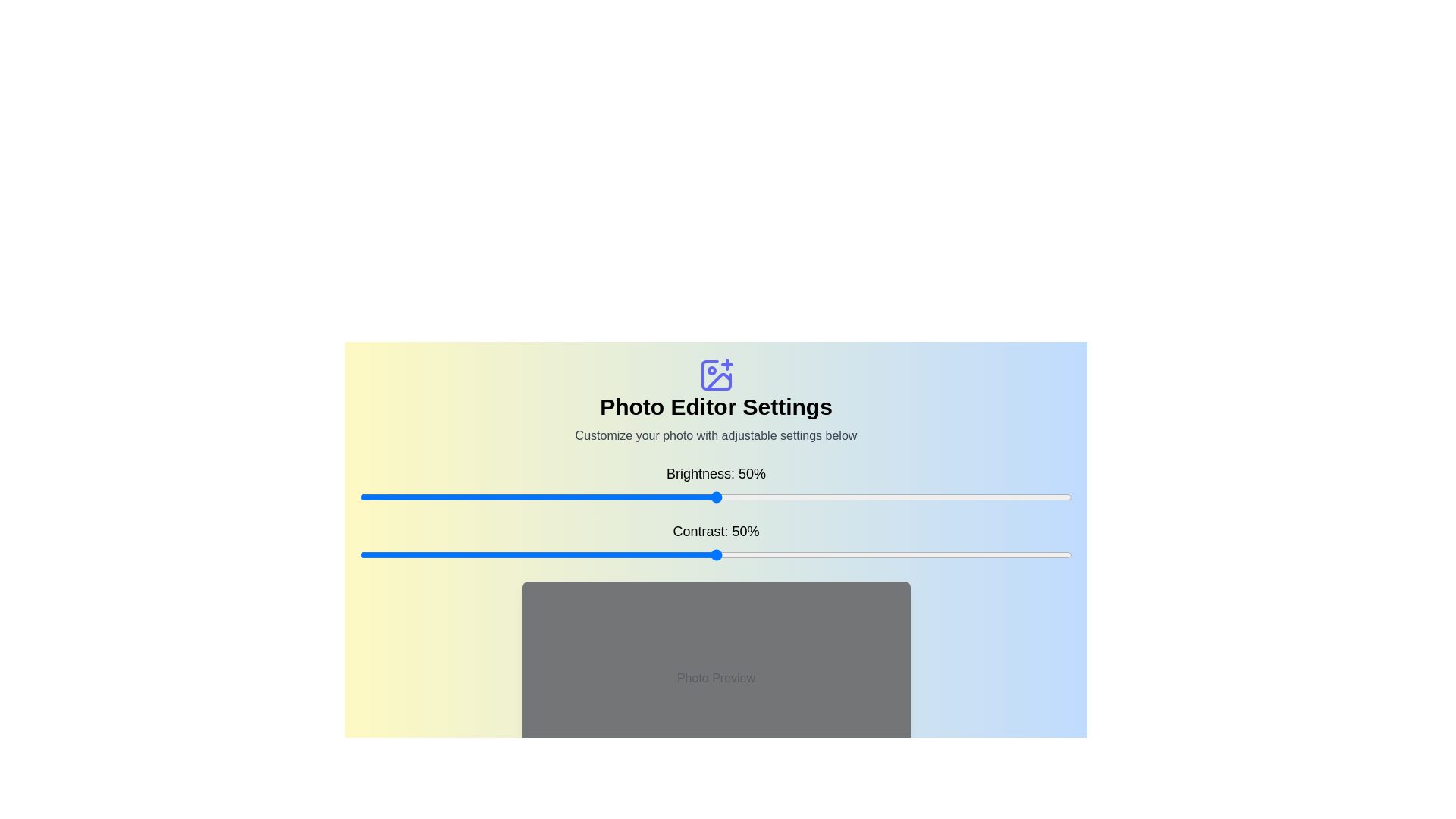 This screenshot has height=819, width=1456. I want to click on the contrast slider to 27%, so click(551, 555).